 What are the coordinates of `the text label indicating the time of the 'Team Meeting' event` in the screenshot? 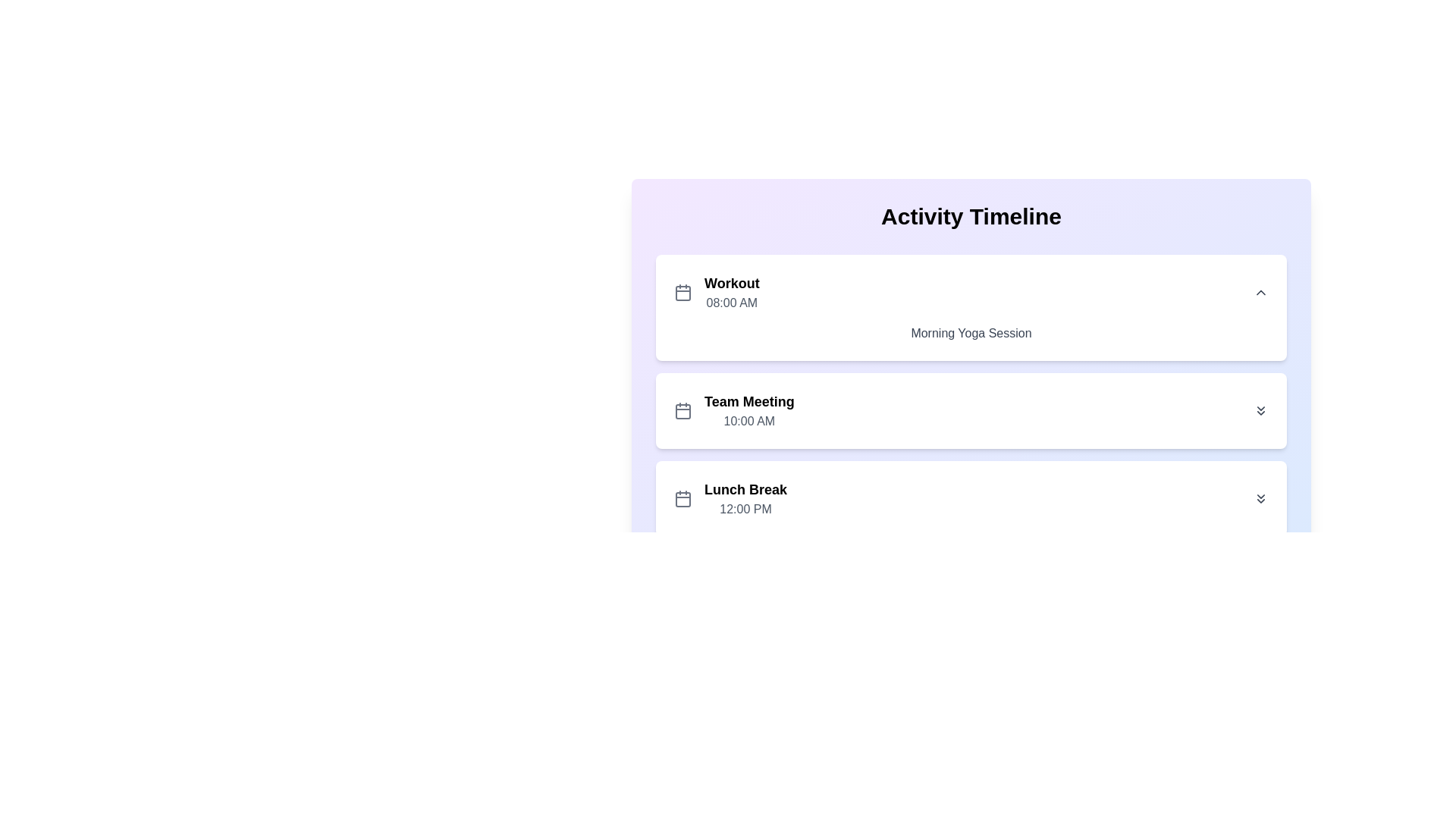 It's located at (749, 421).